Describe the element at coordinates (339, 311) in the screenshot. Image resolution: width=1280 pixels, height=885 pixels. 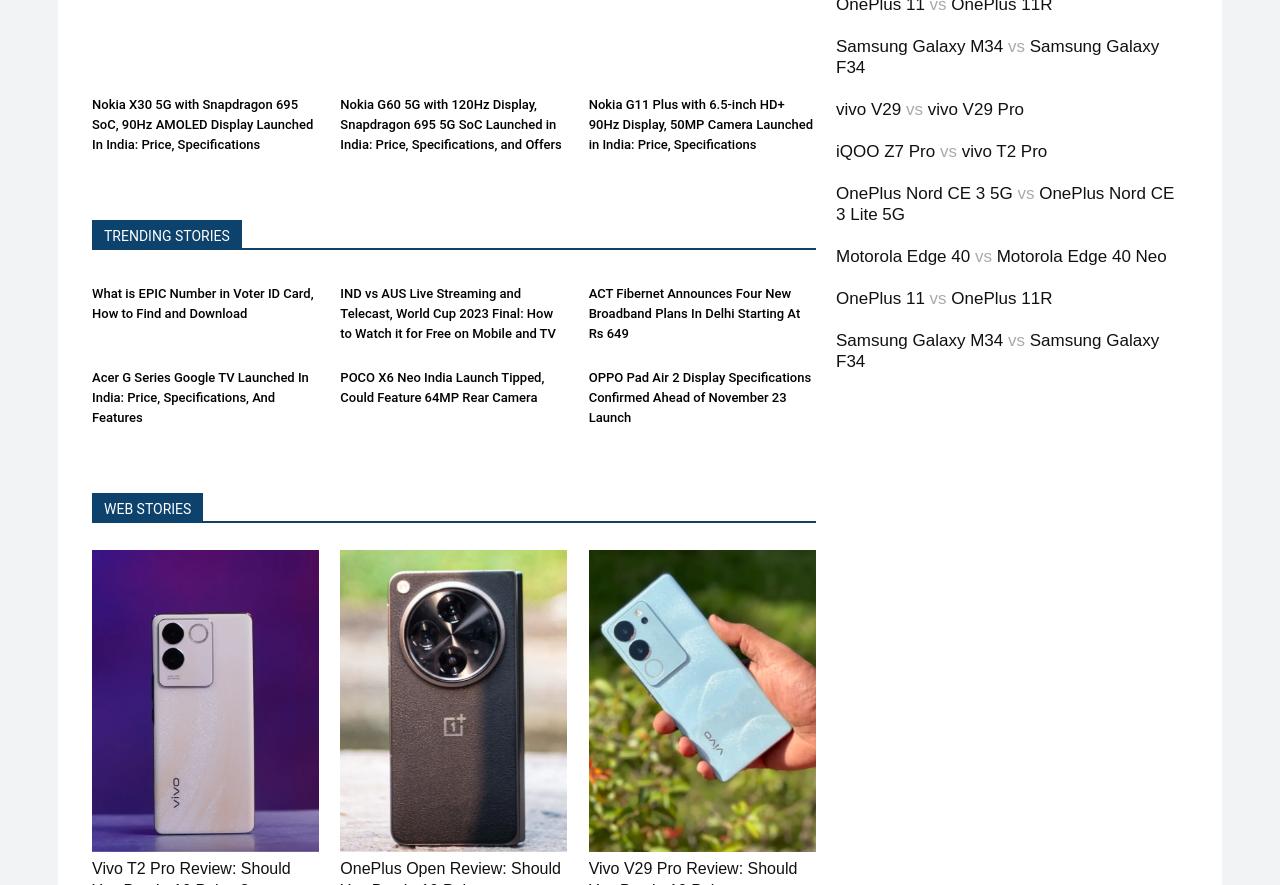
I see `'IND vs AUS Live Streaming and Telecast, World Cup 2023 Final: How to Watch it for Free on Mobile and TV'` at that location.